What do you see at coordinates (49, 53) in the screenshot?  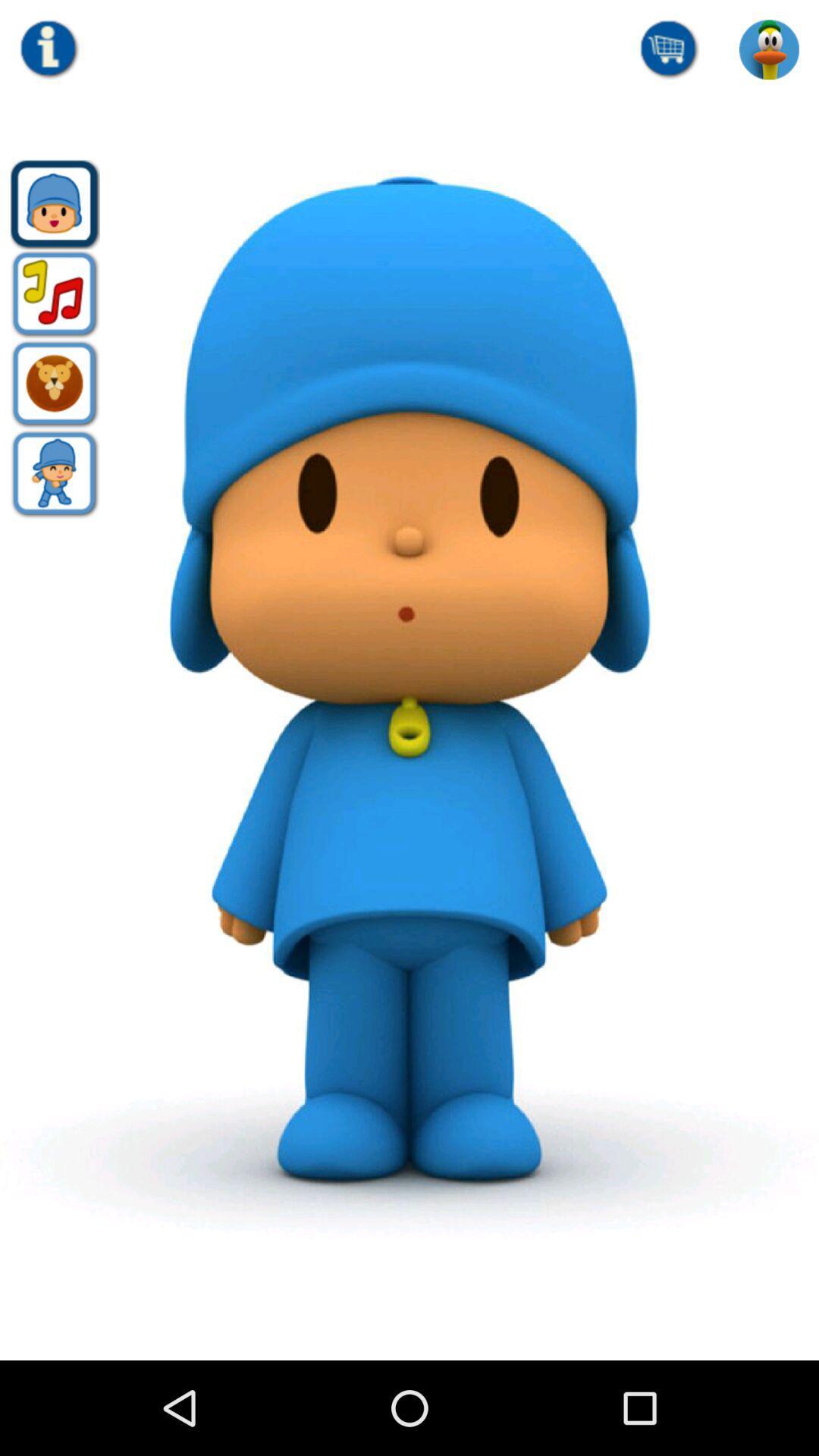 I see `the info icon` at bounding box center [49, 53].